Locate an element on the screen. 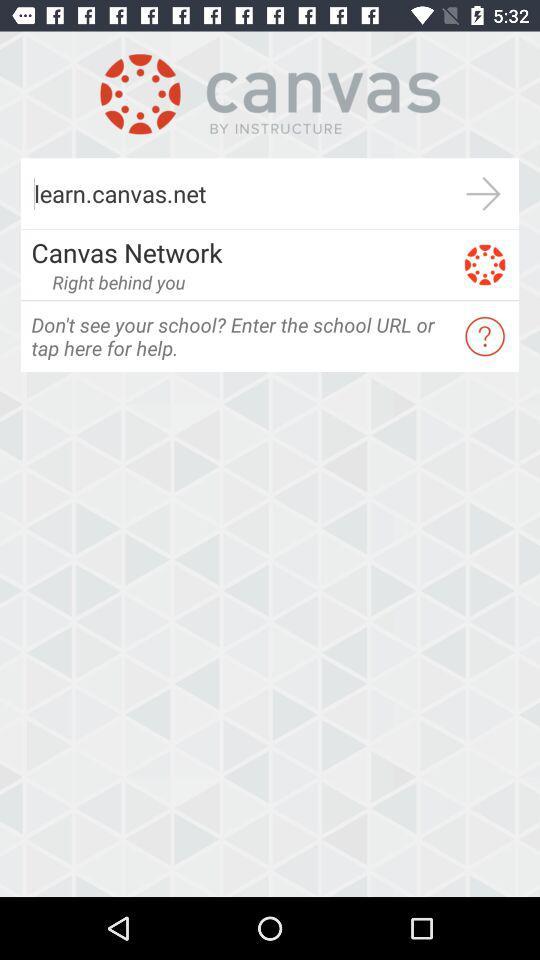 The image size is (540, 960). the icon above don t see icon is located at coordinates (118, 281).